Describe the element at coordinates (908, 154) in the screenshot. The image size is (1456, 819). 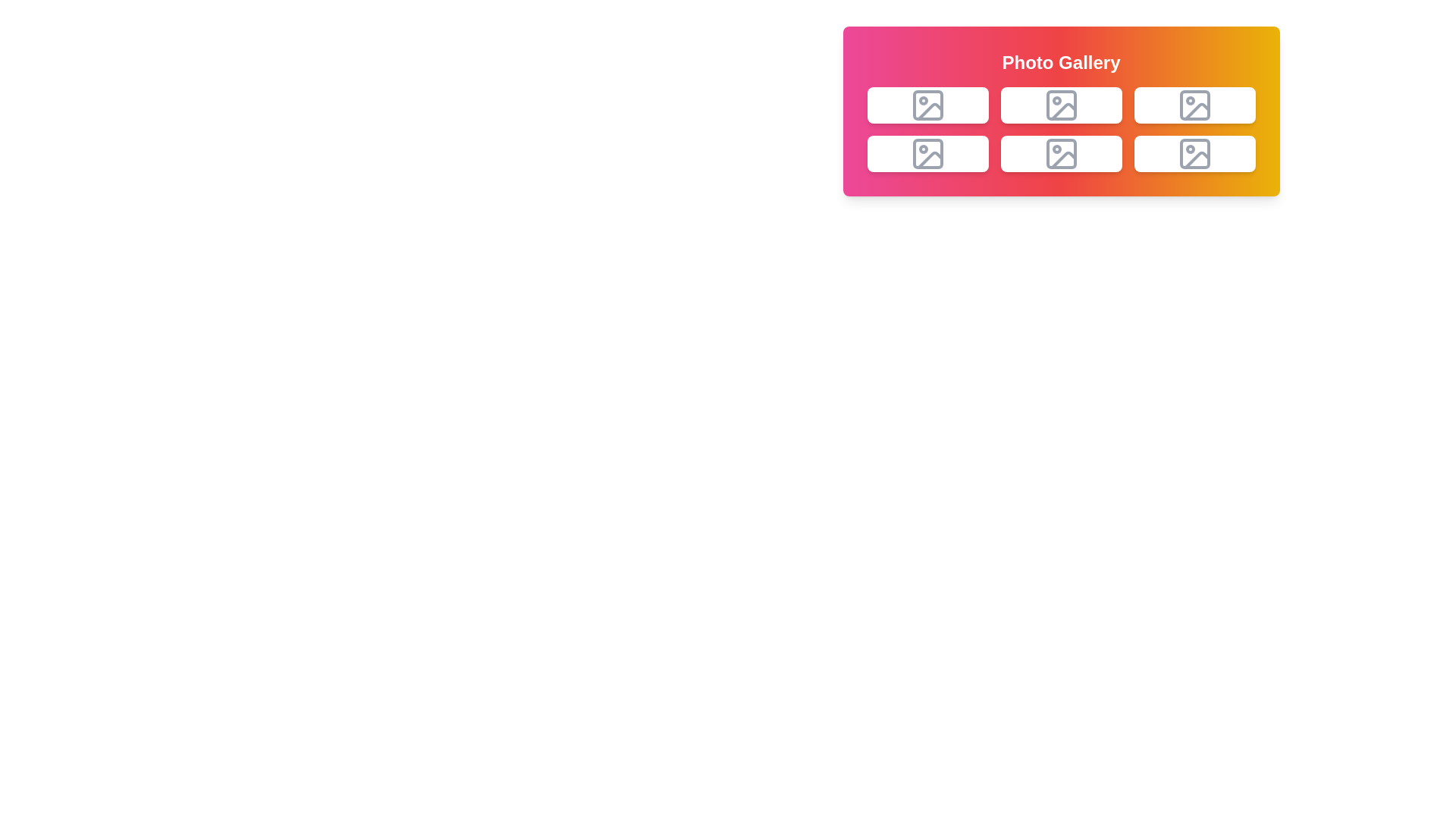
I see `the magnification button located in the second row, second column of the Photo Gallery interface` at that location.